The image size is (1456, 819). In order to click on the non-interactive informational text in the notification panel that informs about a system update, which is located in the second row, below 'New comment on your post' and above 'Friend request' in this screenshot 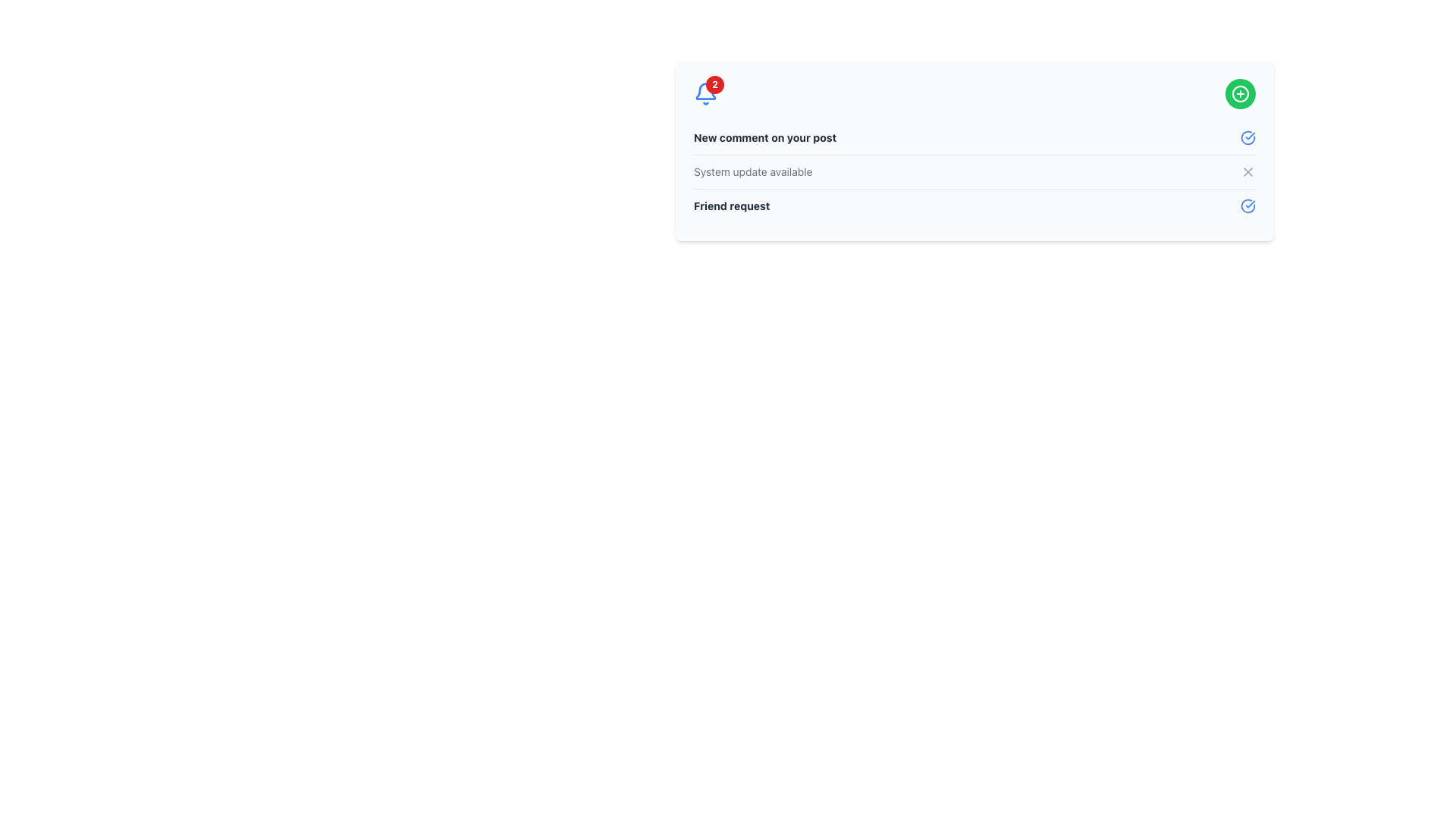, I will do `click(753, 171)`.